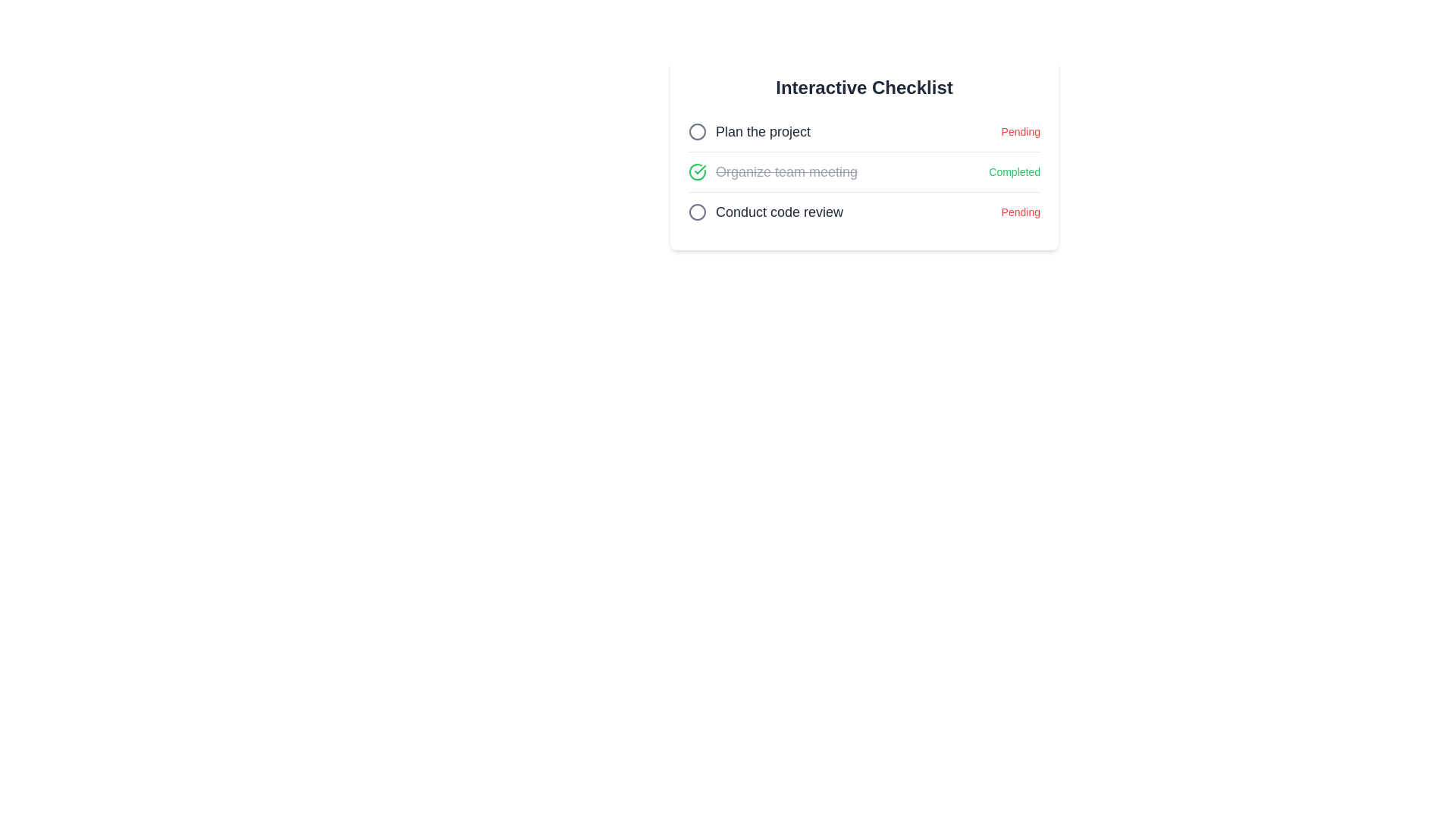 The height and width of the screenshot is (819, 1456). I want to click on the 'Completed' text label in the Interactive Checklist component, which indicates a task that has been marked as completed and is located between 'Plan the project' and 'Conduct code review', so click(773, 171).